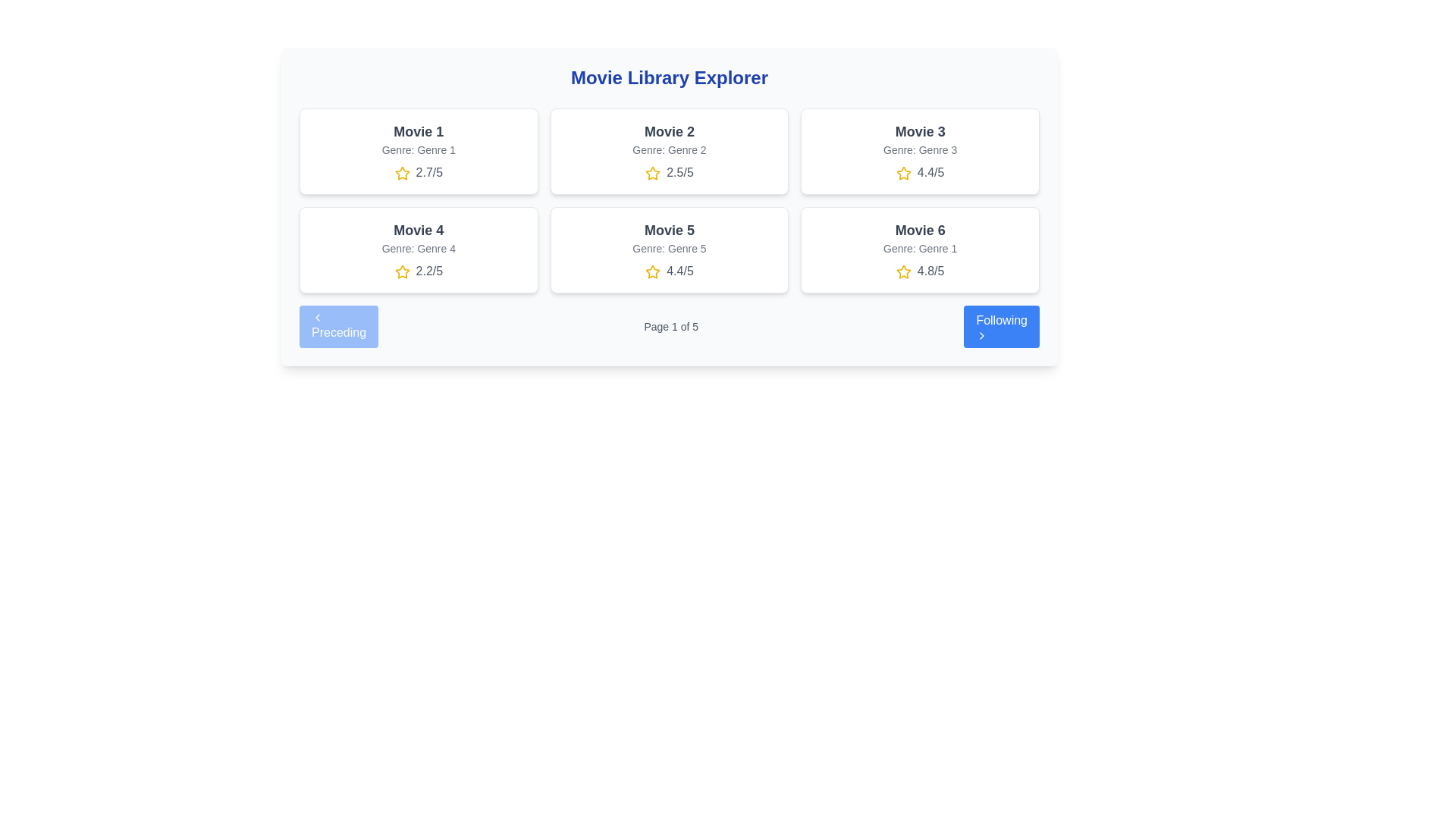  What do you see at coordinates (419, 130) in the screenshot?
I see `the text label displaying 'Movie 1', which is located at the top-left corner of a movie card in a grid layout` at bounding box center [419, 130].